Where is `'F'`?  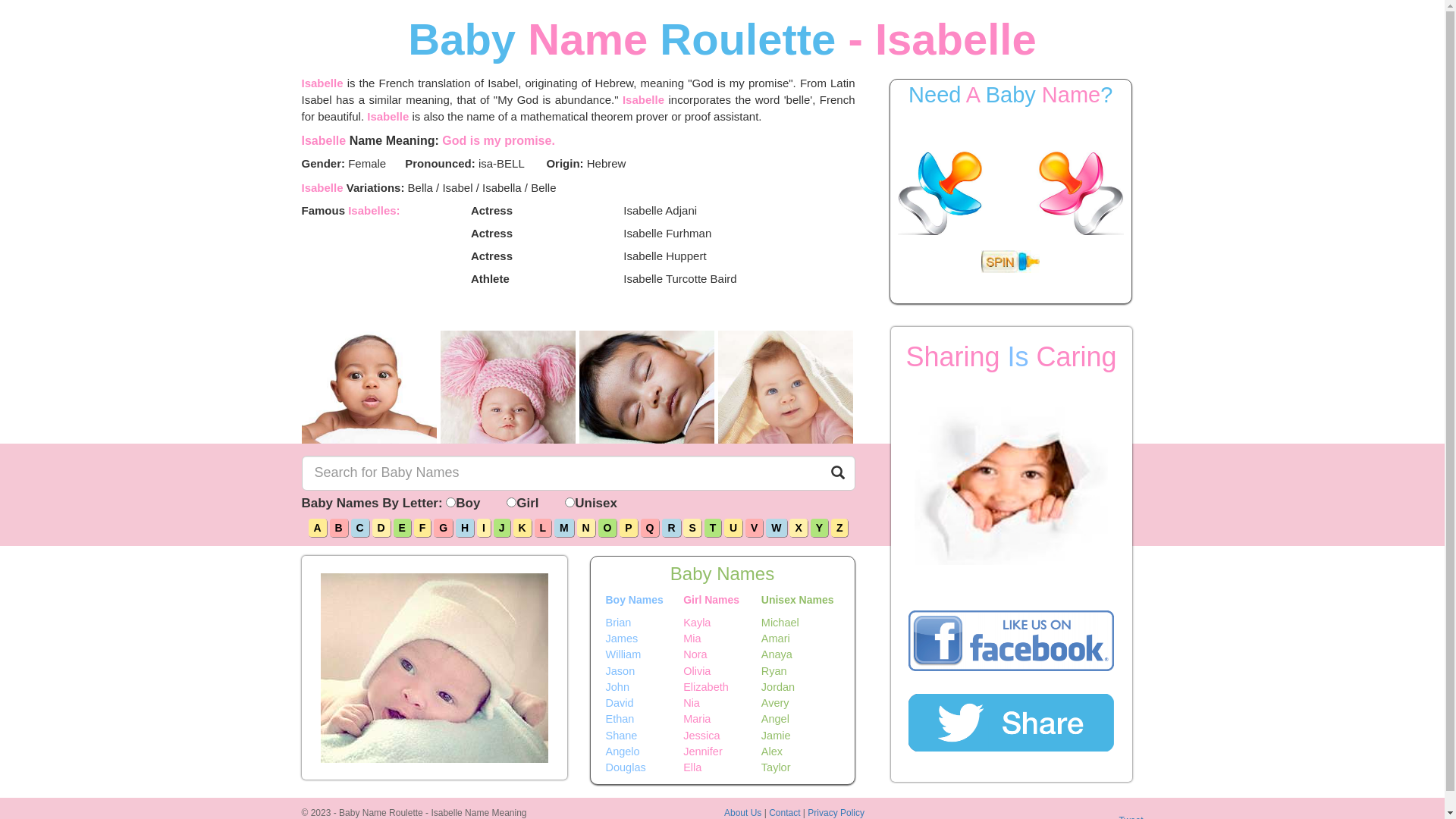 'F' is located at coordinates (422, 526).